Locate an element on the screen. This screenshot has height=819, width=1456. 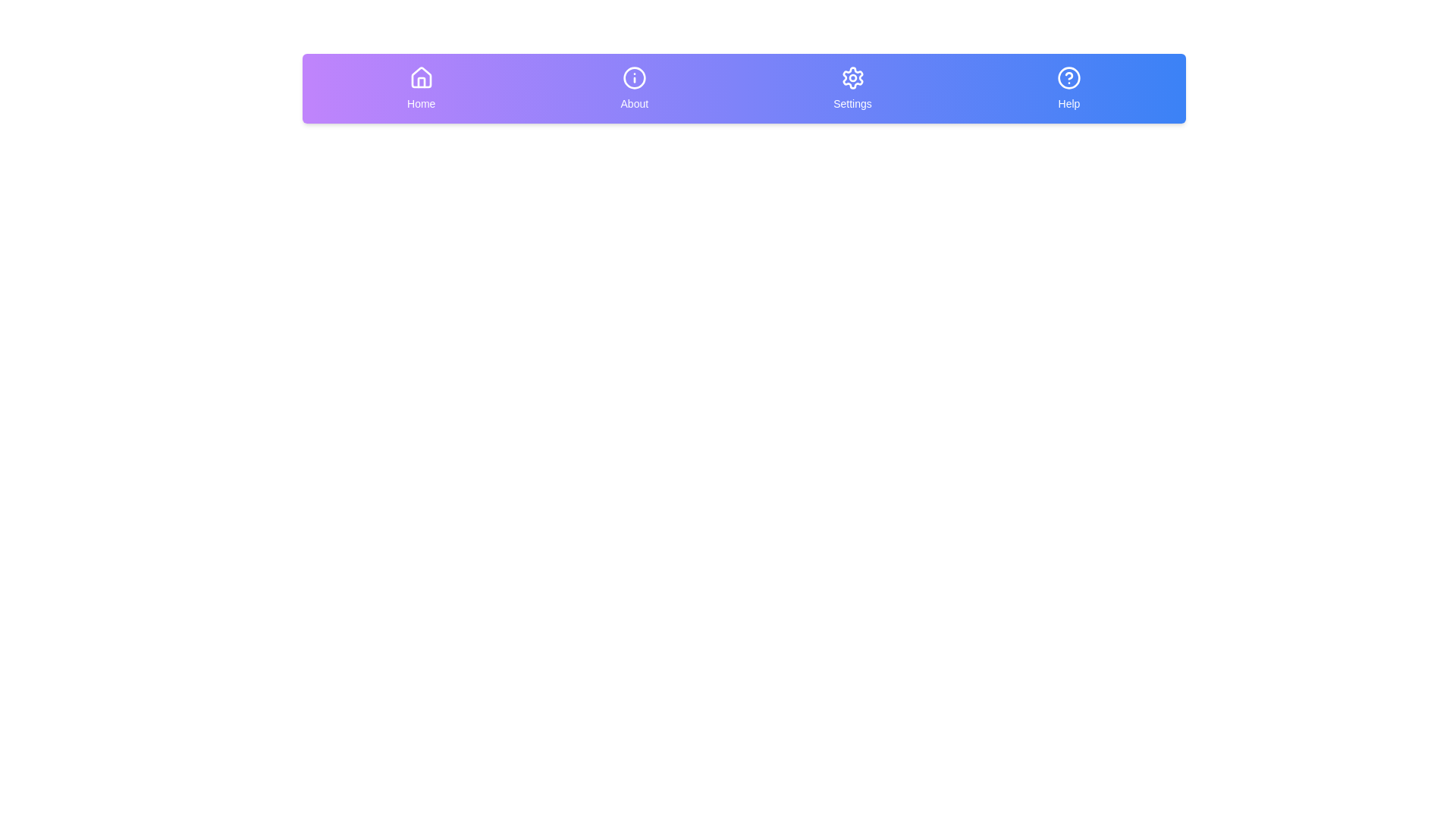
the 'Settings' text label located beneath the gear icon in the navigation menu is located at coordinates (852, 103).